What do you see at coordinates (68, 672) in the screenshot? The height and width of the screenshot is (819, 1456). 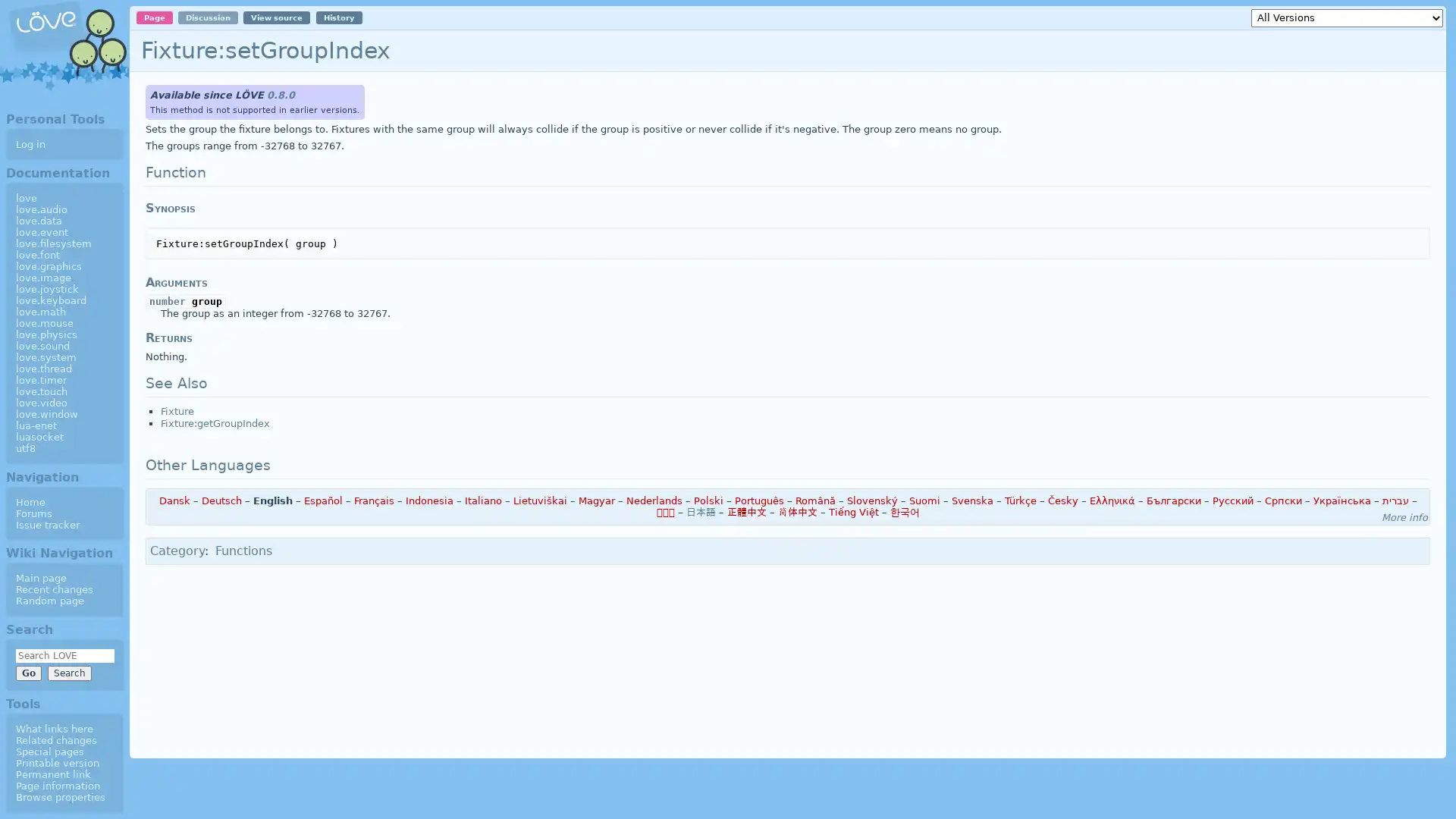 I see `Search` at bounding box center [68, 672].